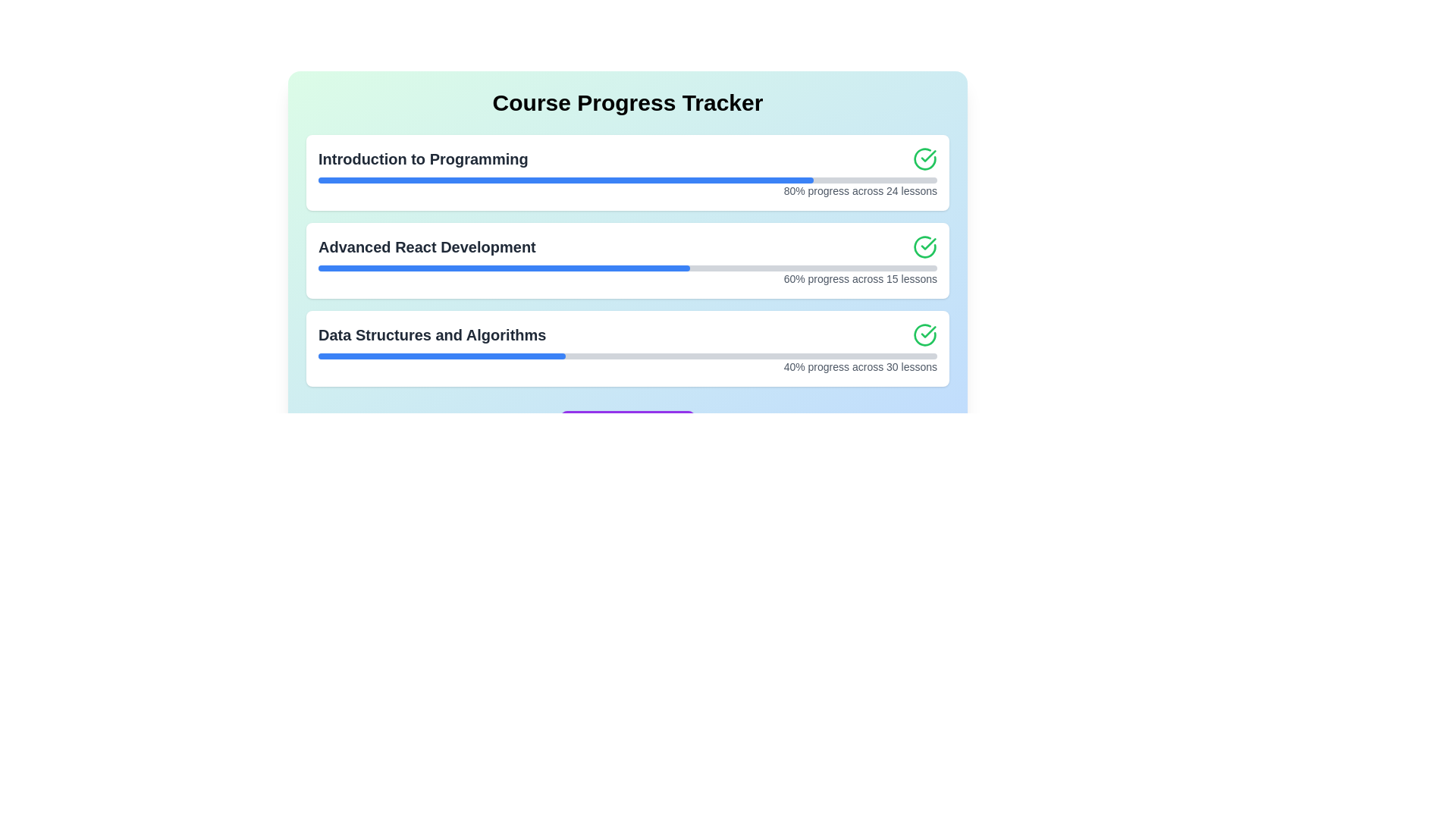  What do you see at coordinates (628, 268) in the screenshot?
I see `the progress bar indicating 60% completion for the 'Advanced React Development' course, located below its title and above the progress text` at bounding box center [628, 268].